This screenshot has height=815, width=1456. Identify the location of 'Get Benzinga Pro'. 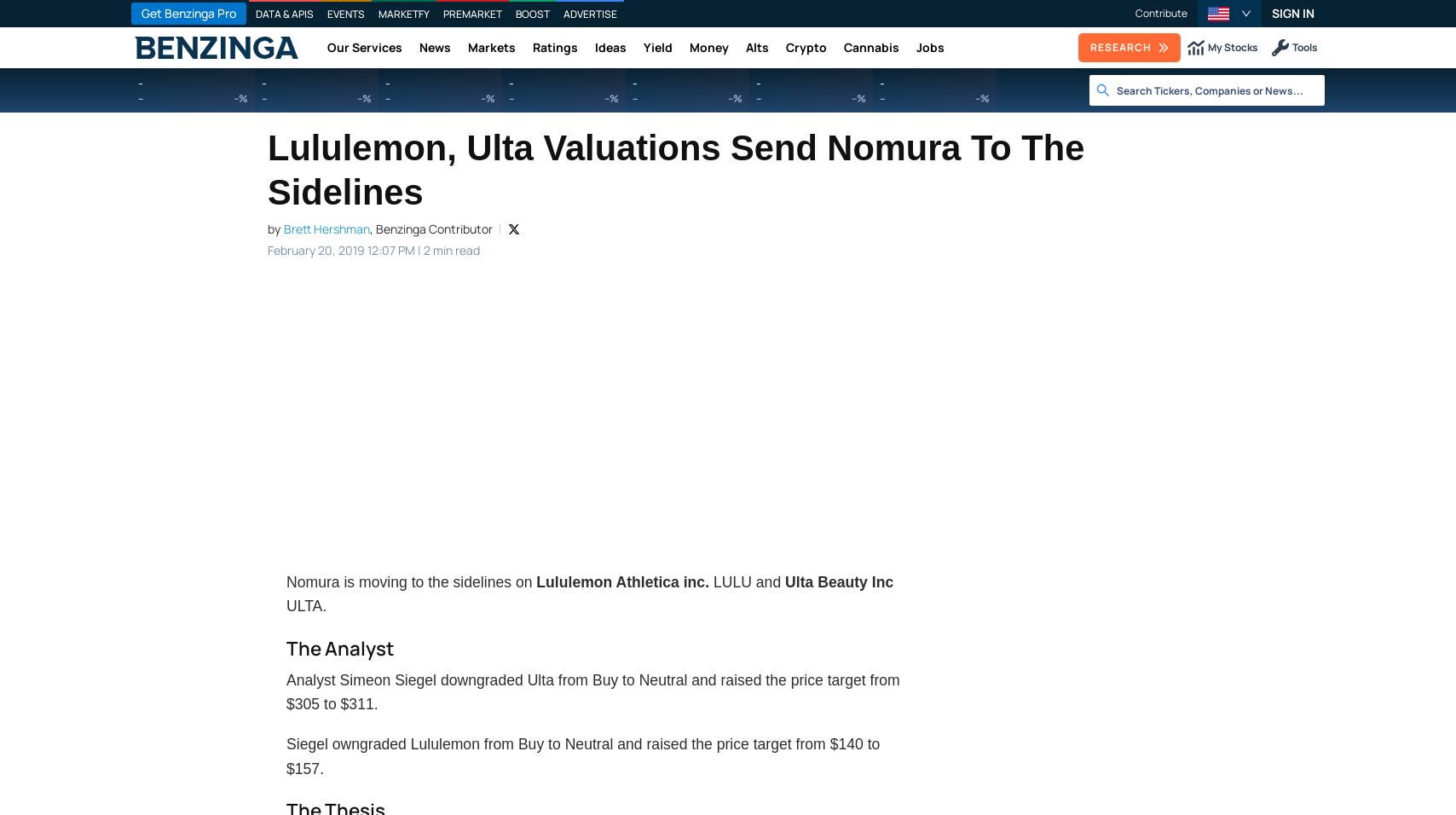
(188, 12).